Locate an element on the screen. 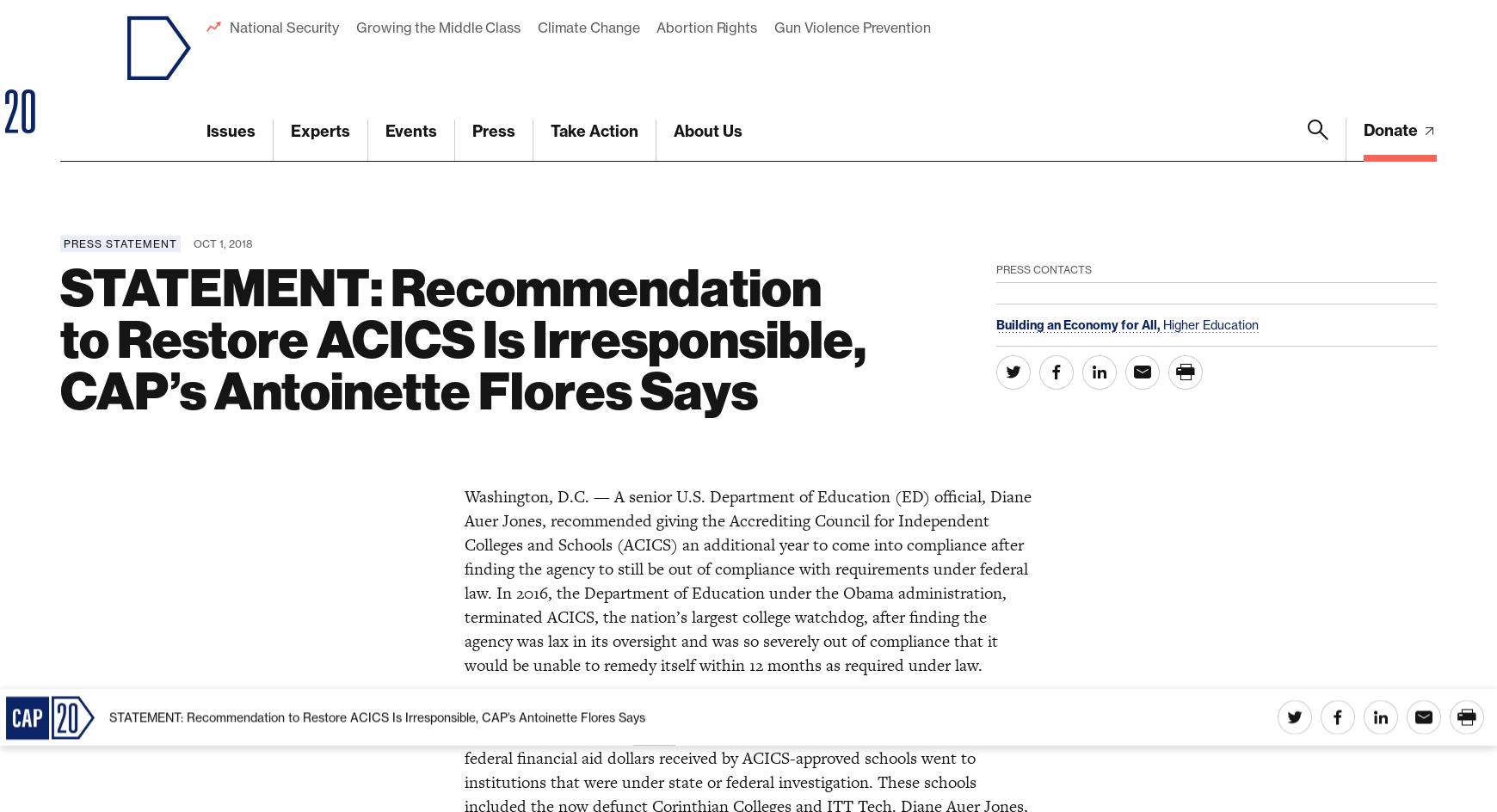 The width and height of the screenshot is (1497, 812). 'For more information,' is located at coordinates (550, 601).